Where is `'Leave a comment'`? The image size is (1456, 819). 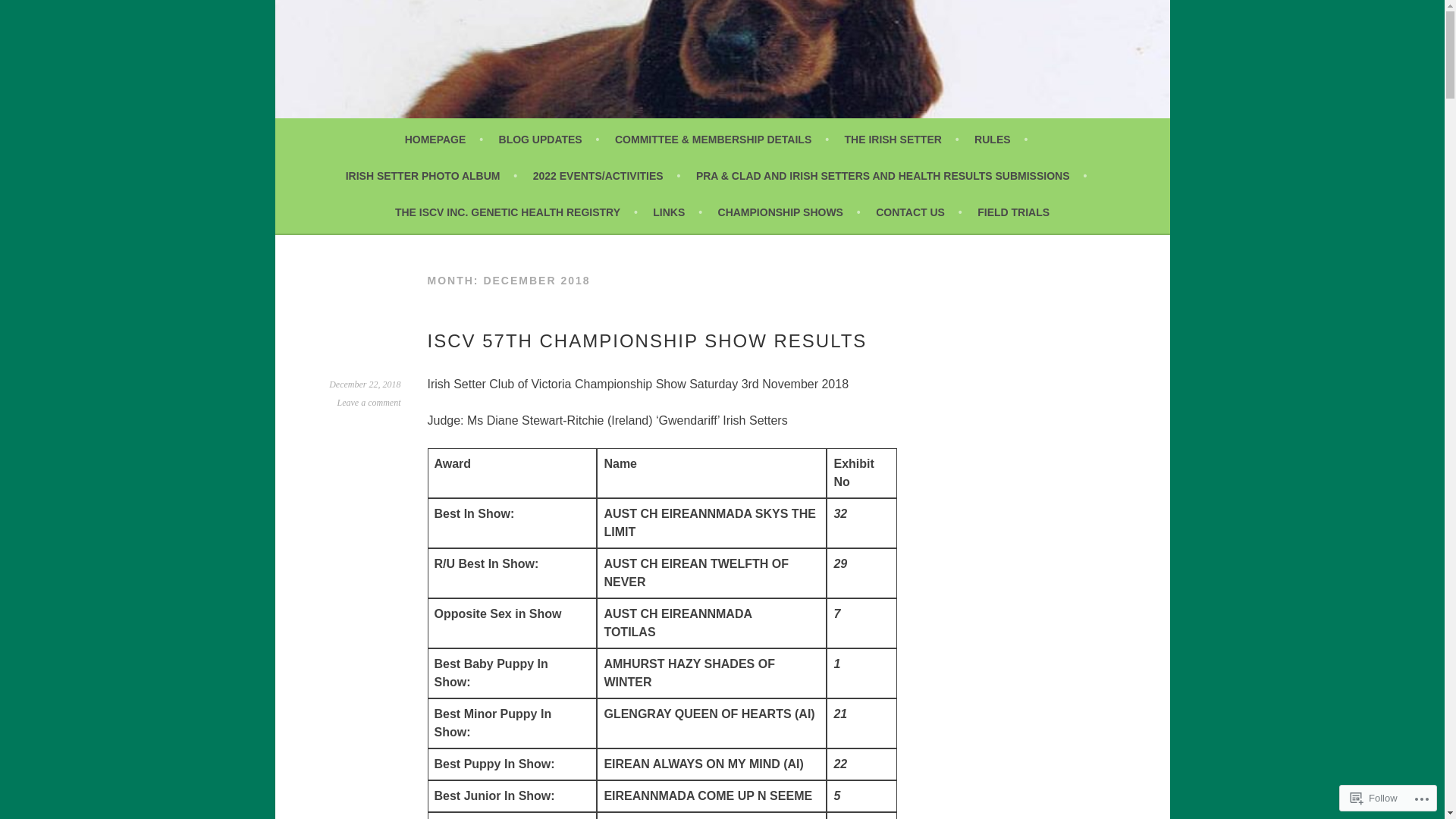 'Leave a comment' is located at coordinates (369, 402).